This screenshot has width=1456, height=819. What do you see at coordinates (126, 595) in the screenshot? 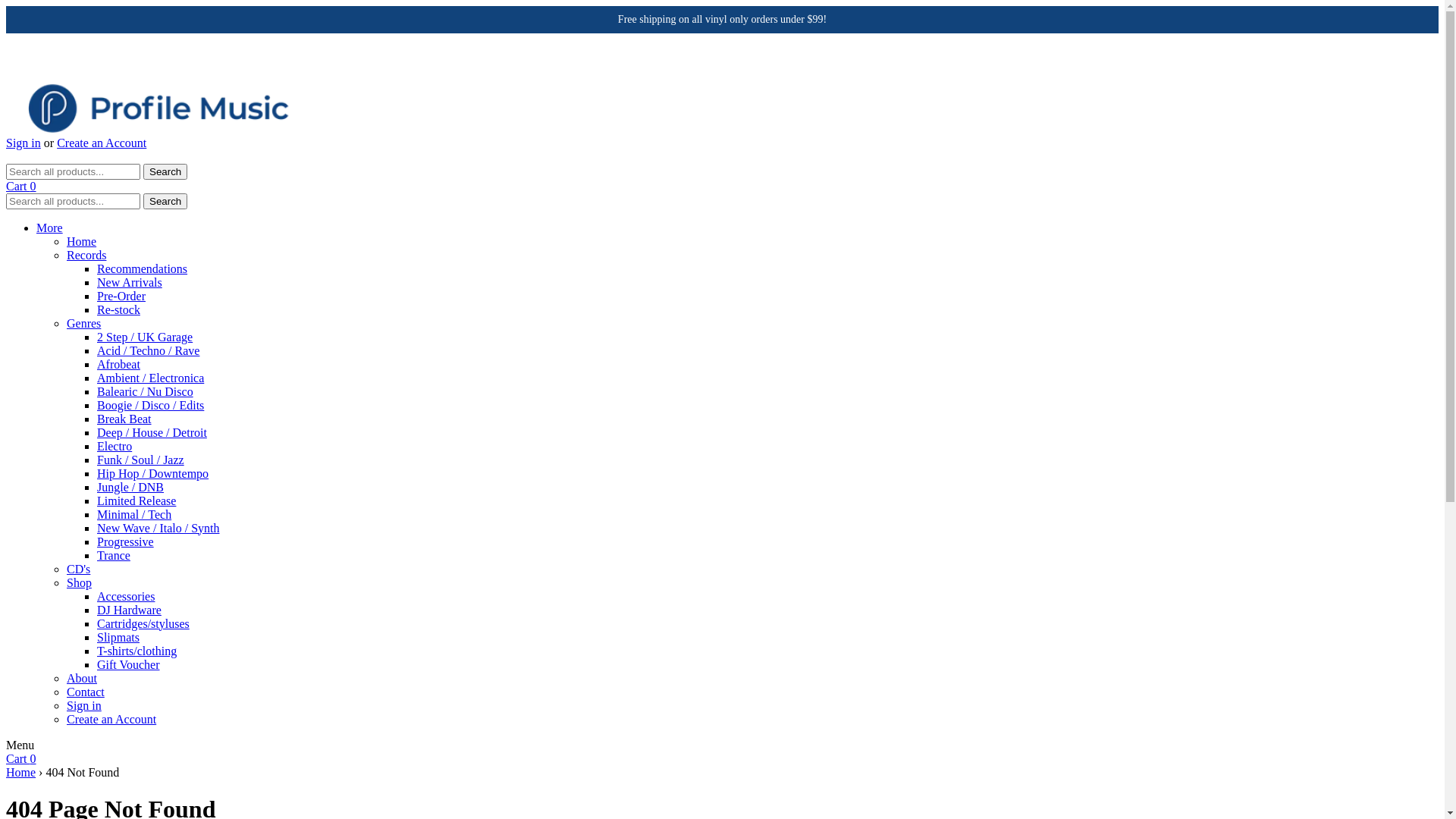
I see `'Accessories'` at bounding box center [126, 595].